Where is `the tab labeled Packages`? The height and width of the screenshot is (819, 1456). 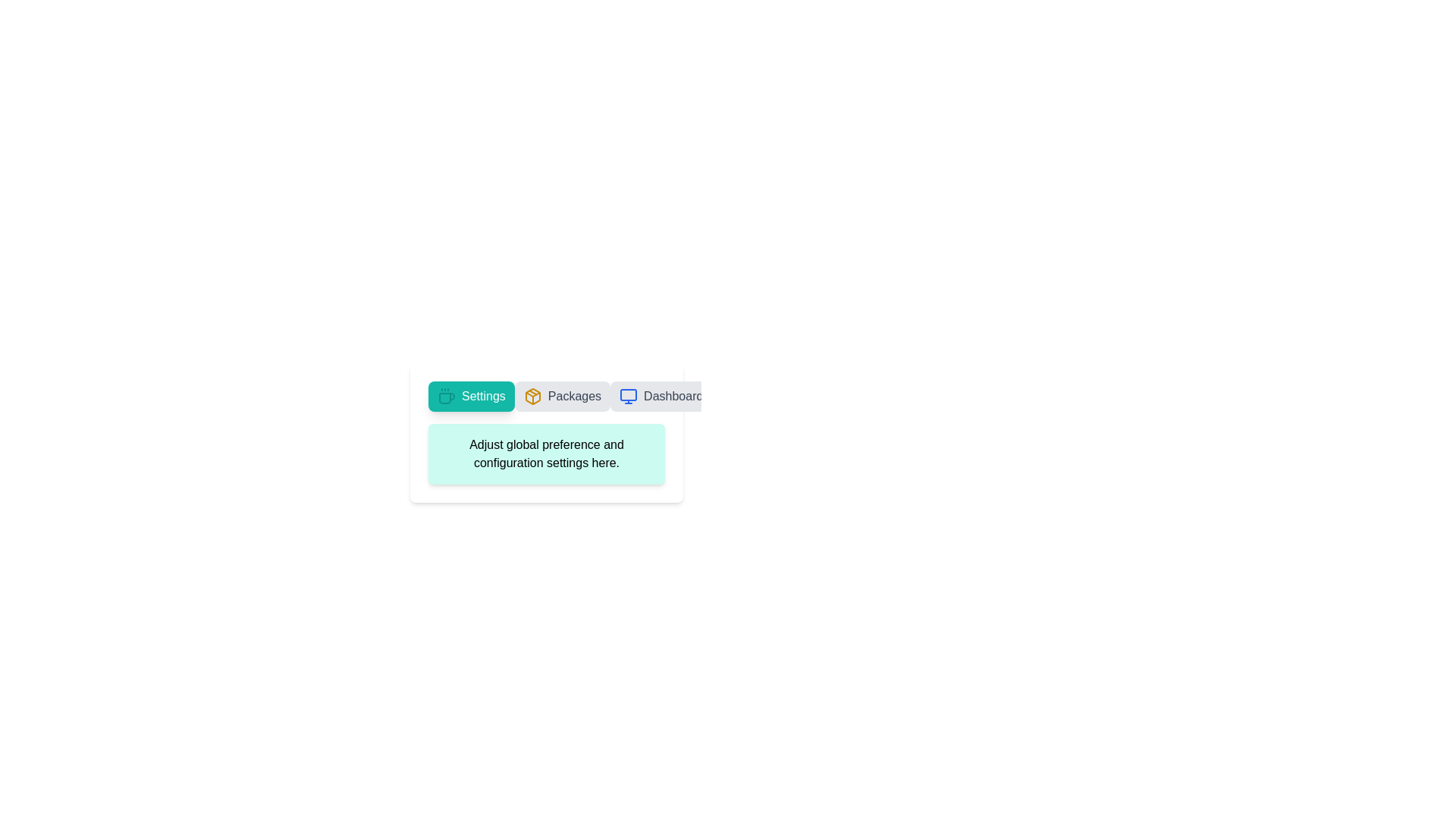
the tab labeled Packages is located at coordinates (561, 396).